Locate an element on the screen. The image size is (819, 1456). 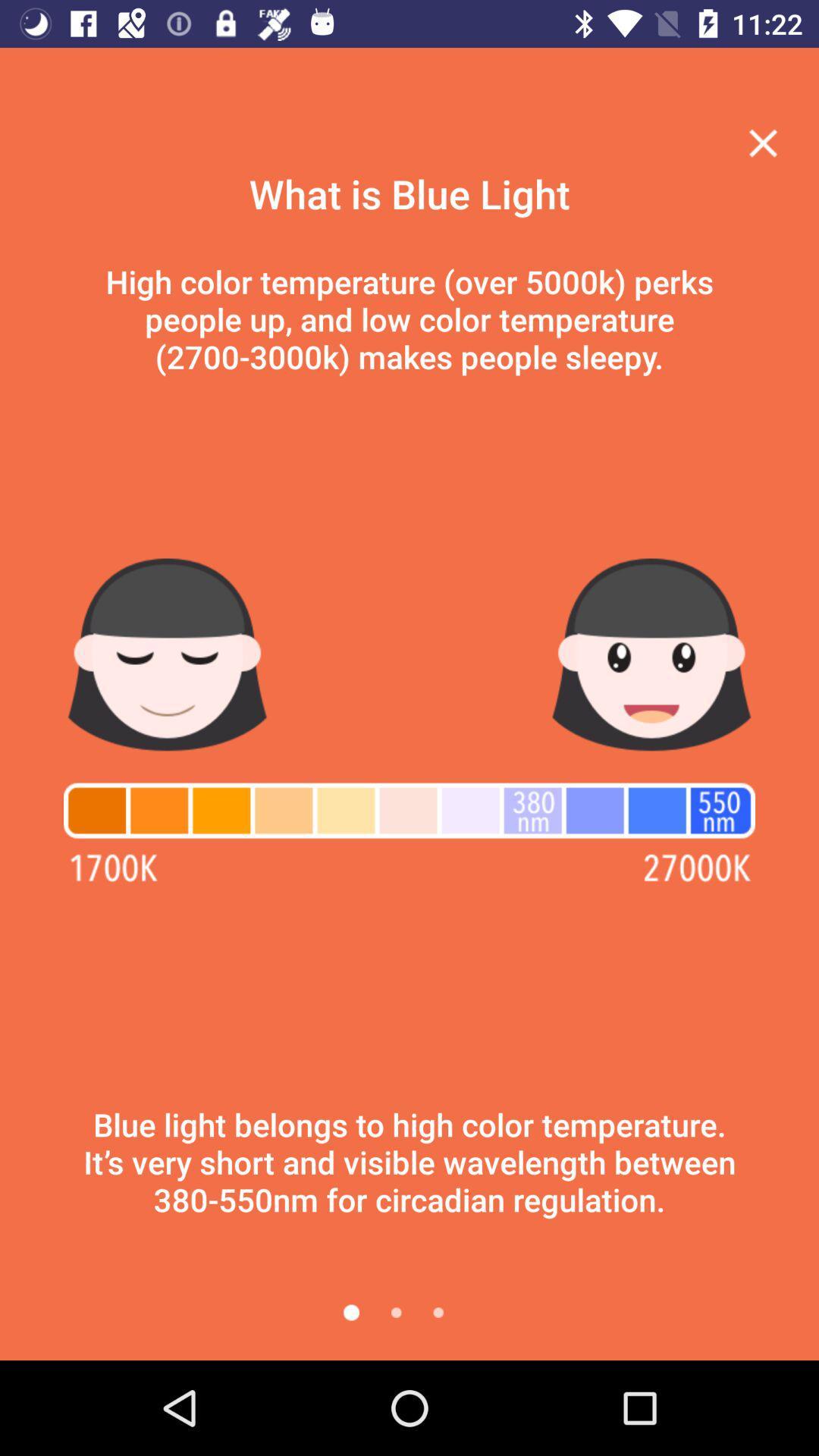
the menu is located at coordinates (763, 143).